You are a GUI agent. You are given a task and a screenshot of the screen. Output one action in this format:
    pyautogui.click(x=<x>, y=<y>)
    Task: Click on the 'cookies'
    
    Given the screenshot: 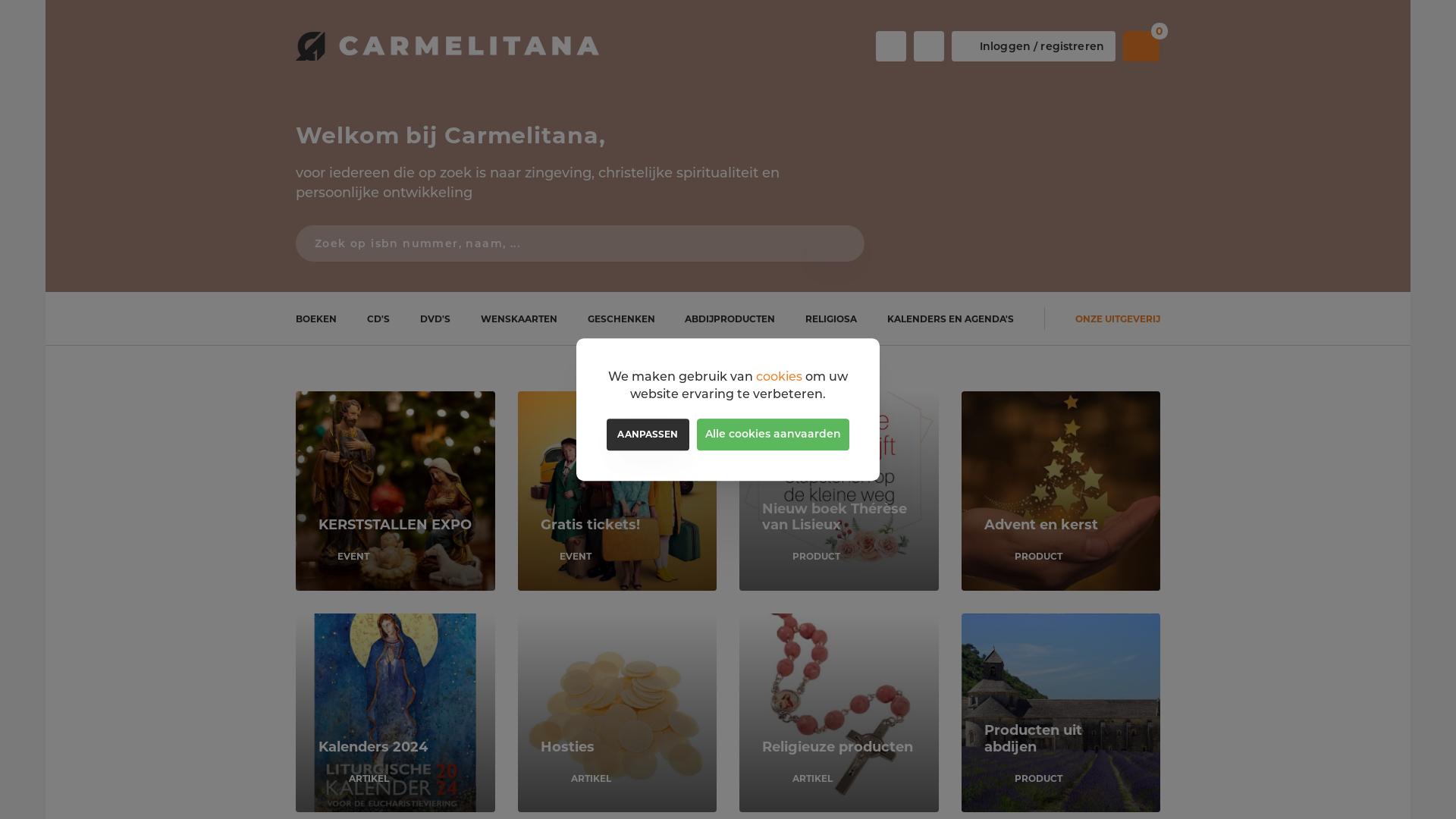 What is the action you would take?
    pyautogui.click(x=779, y=375)
    